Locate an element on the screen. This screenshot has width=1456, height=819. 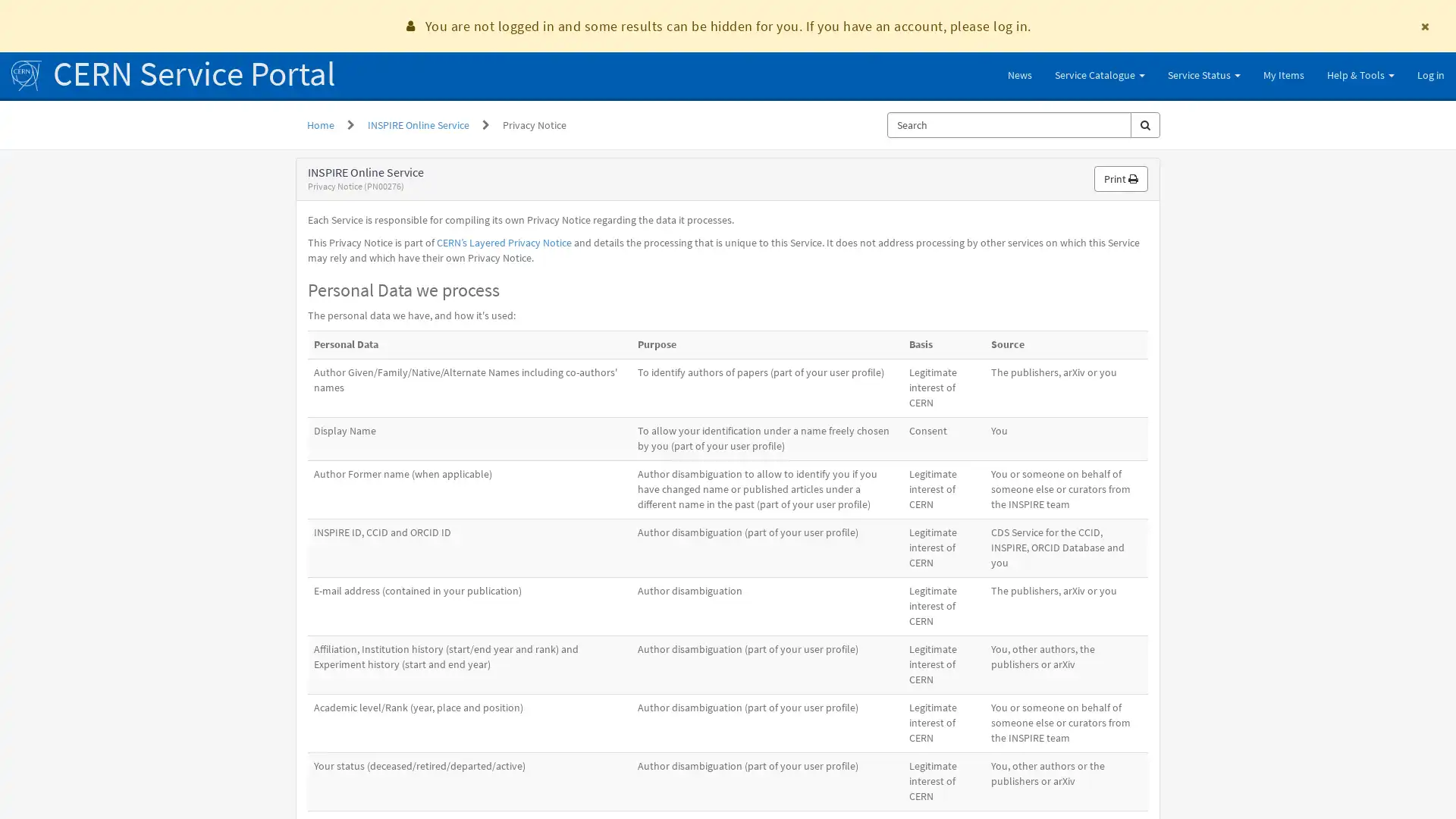
Print is located at coordinates (1121, 177).